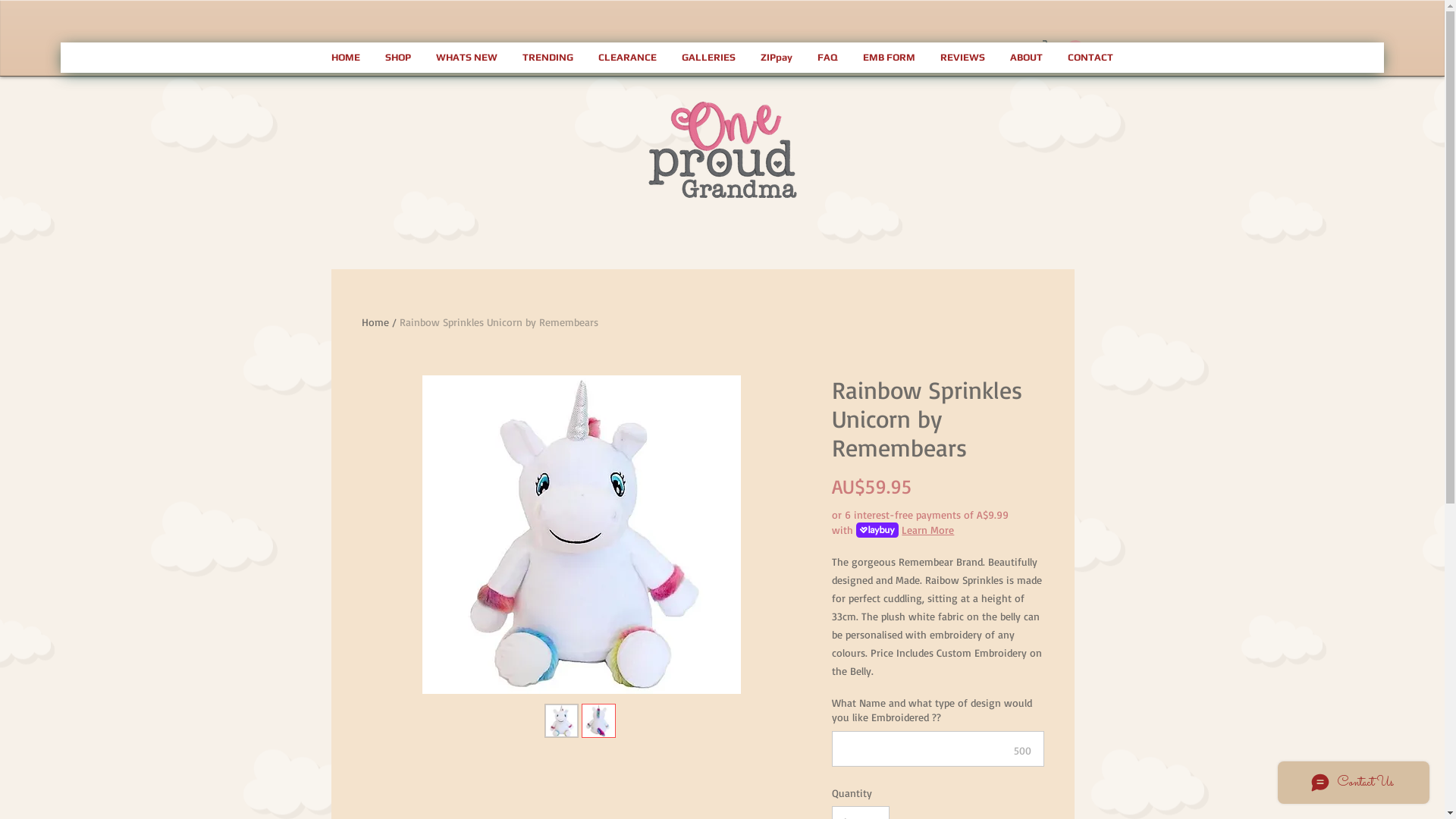 The height and width of the screenshot is (819, 1456). What do you see at coordinates (626, 57) in the screenshot?
I see `'CLEARANCE'` at bounding box center [626, 57].